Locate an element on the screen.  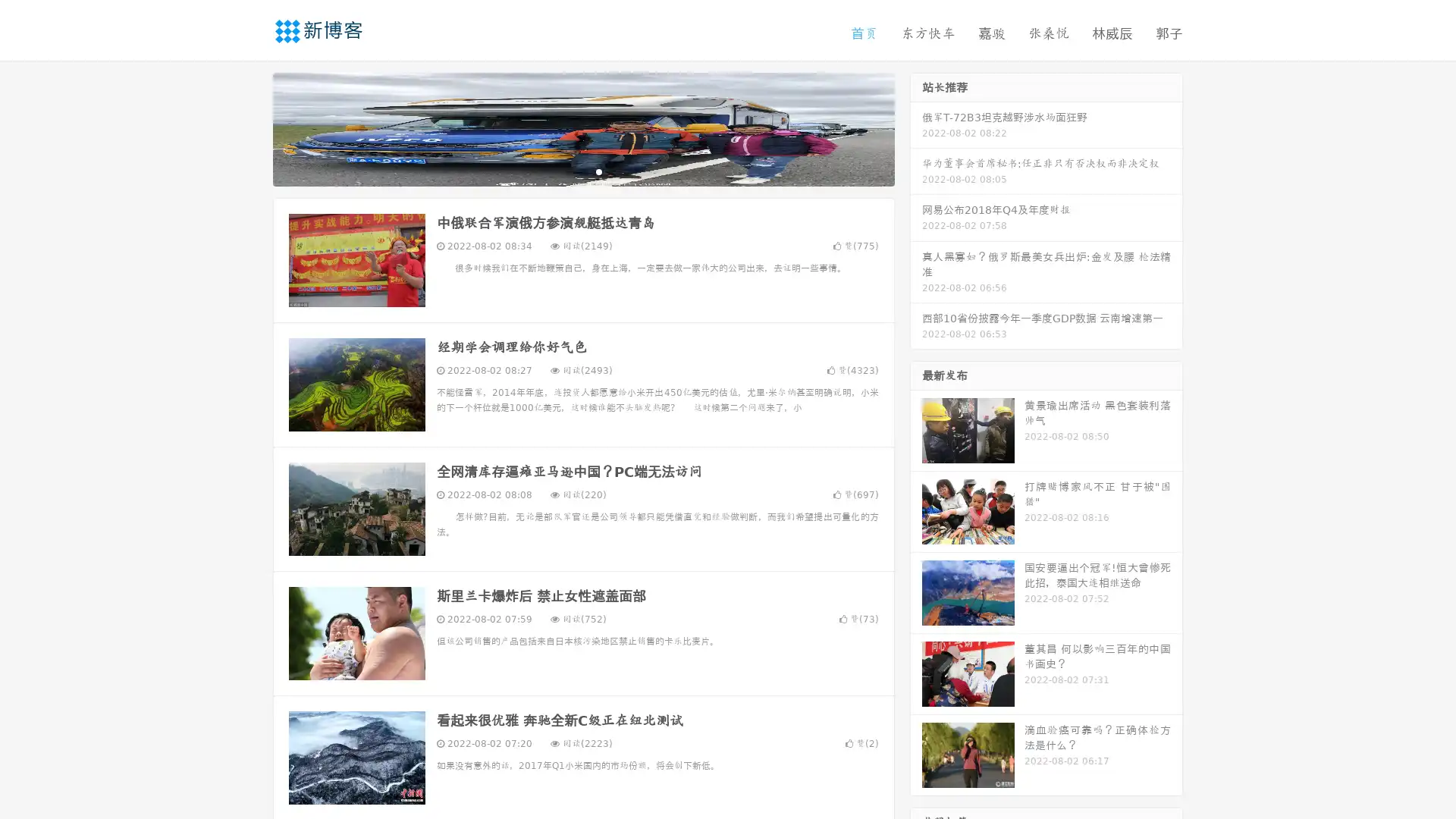
Previous slide is located at coordinates (250, 127).